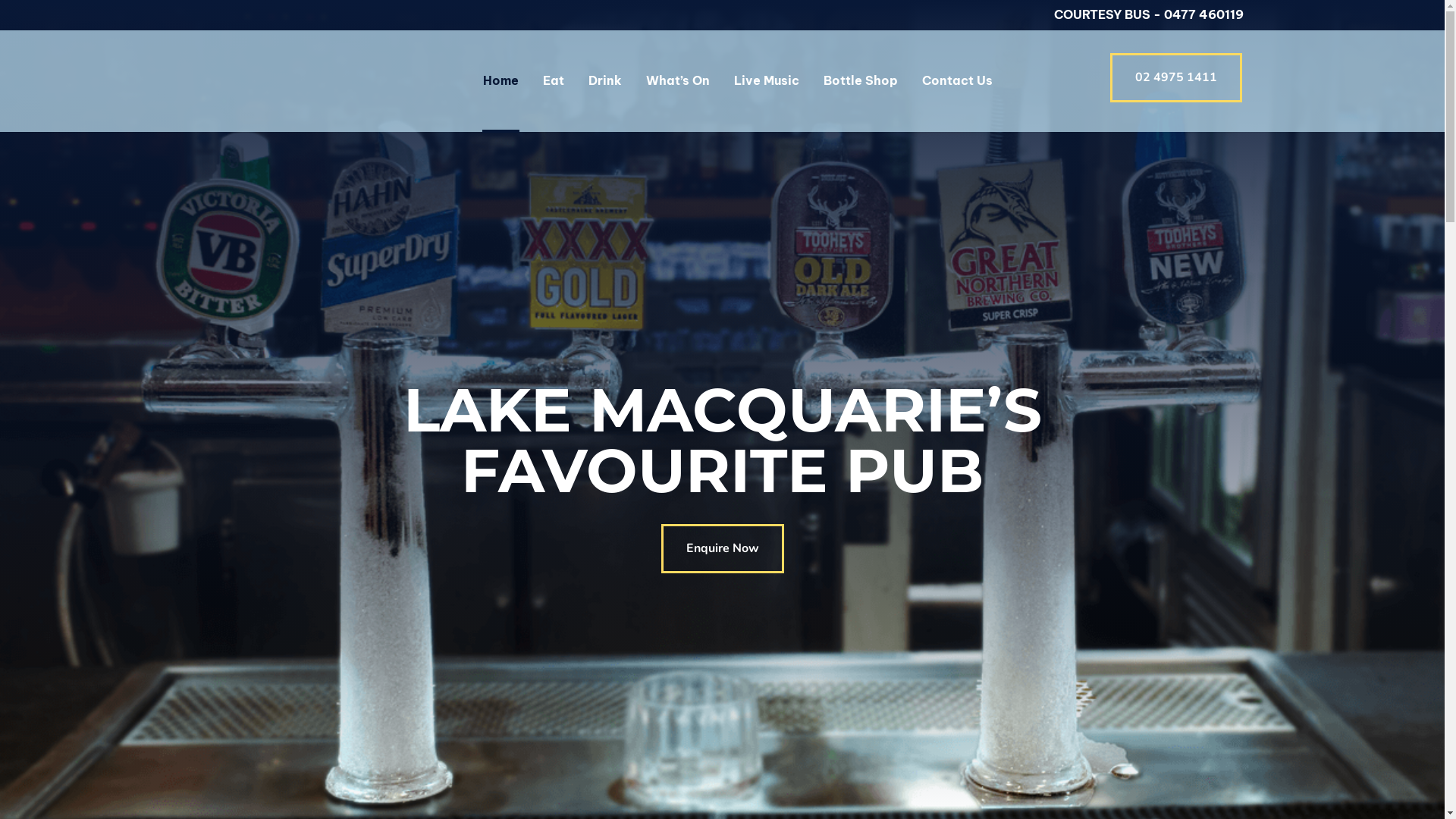 The height and width of the screenshot is (819, 1456). I want to click on 'COURTESY BUS - 0477 460119', so click(1149, 14).